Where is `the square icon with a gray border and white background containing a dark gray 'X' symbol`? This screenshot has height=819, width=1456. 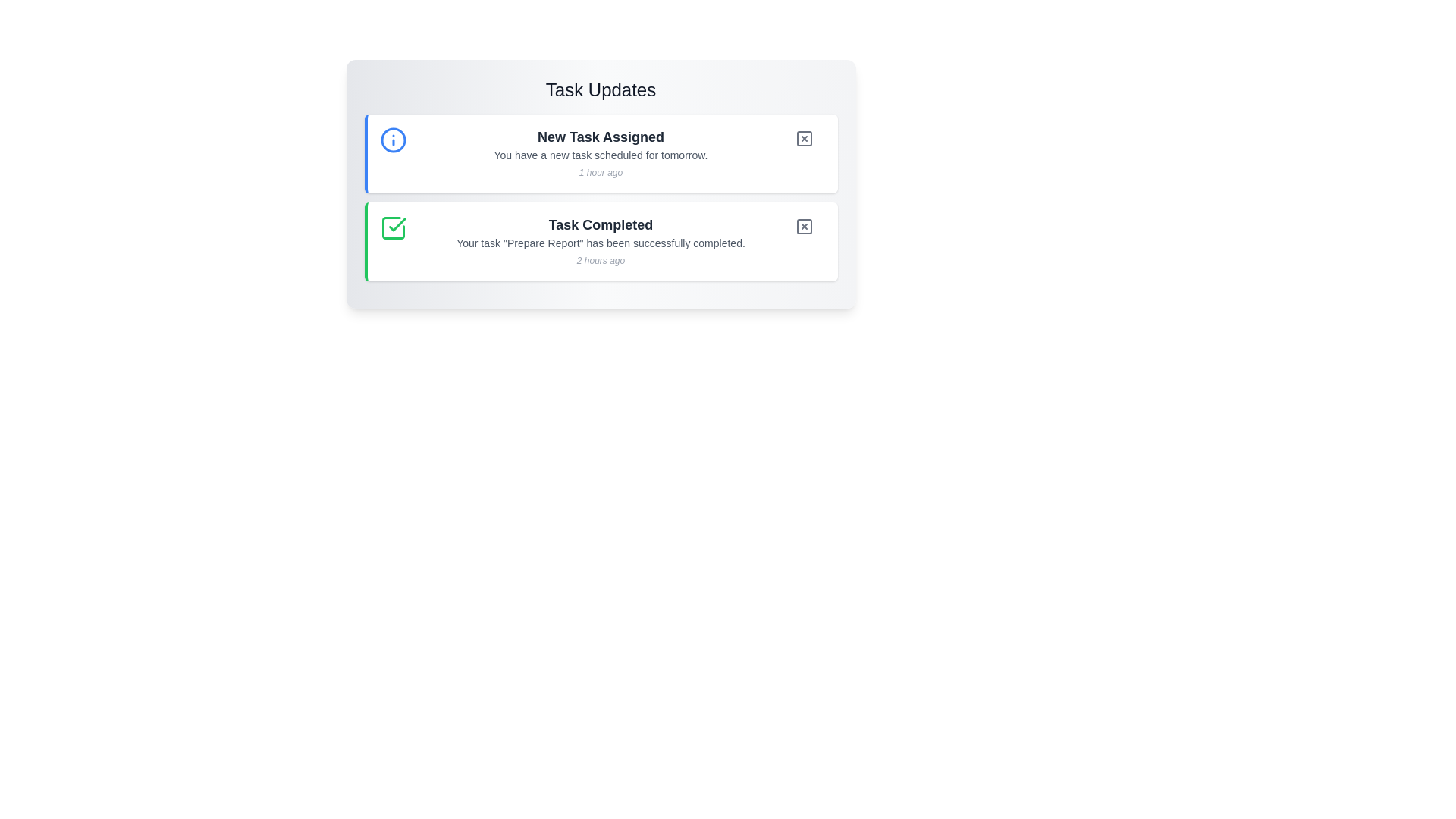
the square icon with a gray border and white background containing a dark gray 'X' symbol is located at coordinates (803, 227).